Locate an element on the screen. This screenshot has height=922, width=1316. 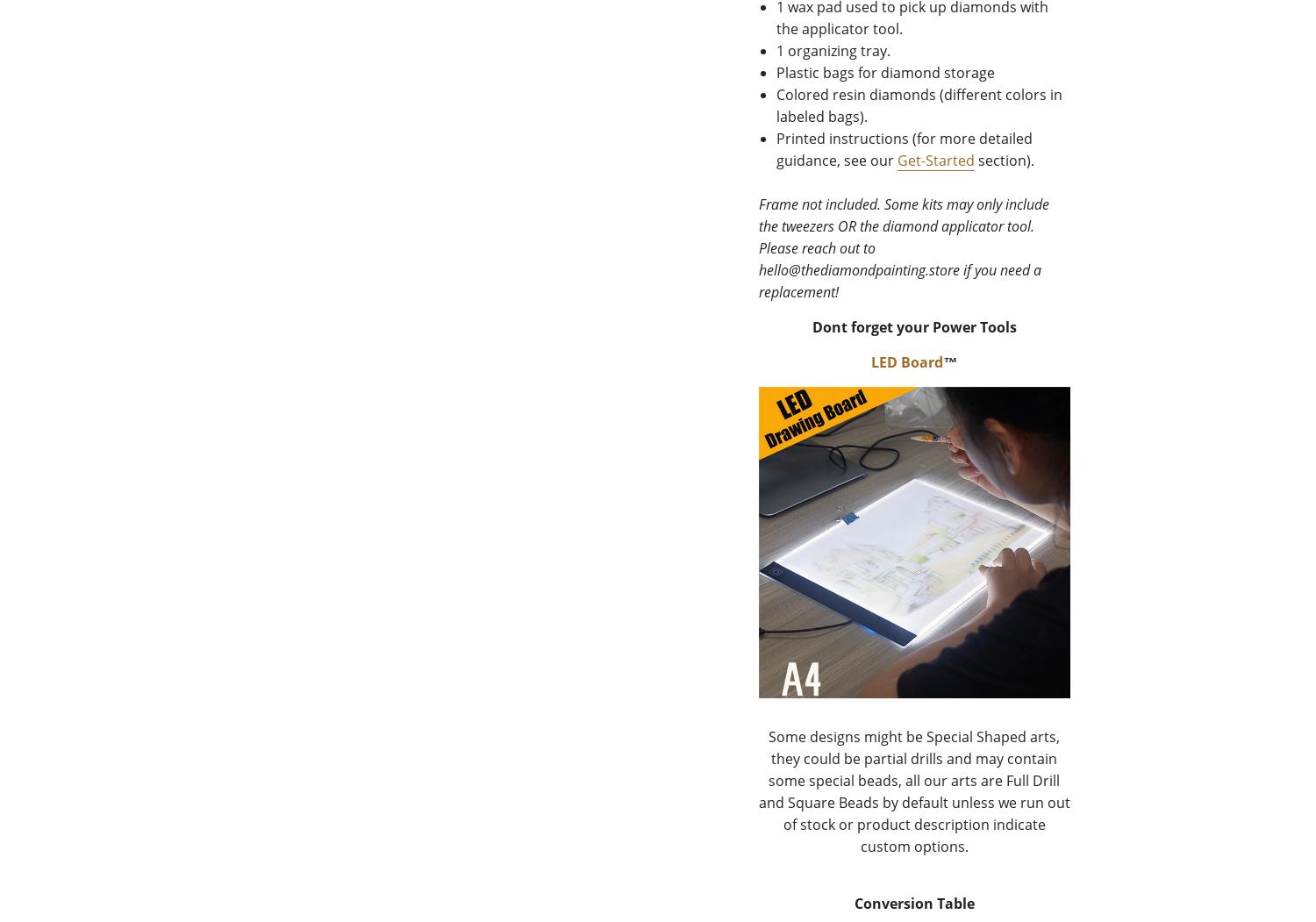
'Plastic bags for diamond storage' is located at coordinates (775, 73).